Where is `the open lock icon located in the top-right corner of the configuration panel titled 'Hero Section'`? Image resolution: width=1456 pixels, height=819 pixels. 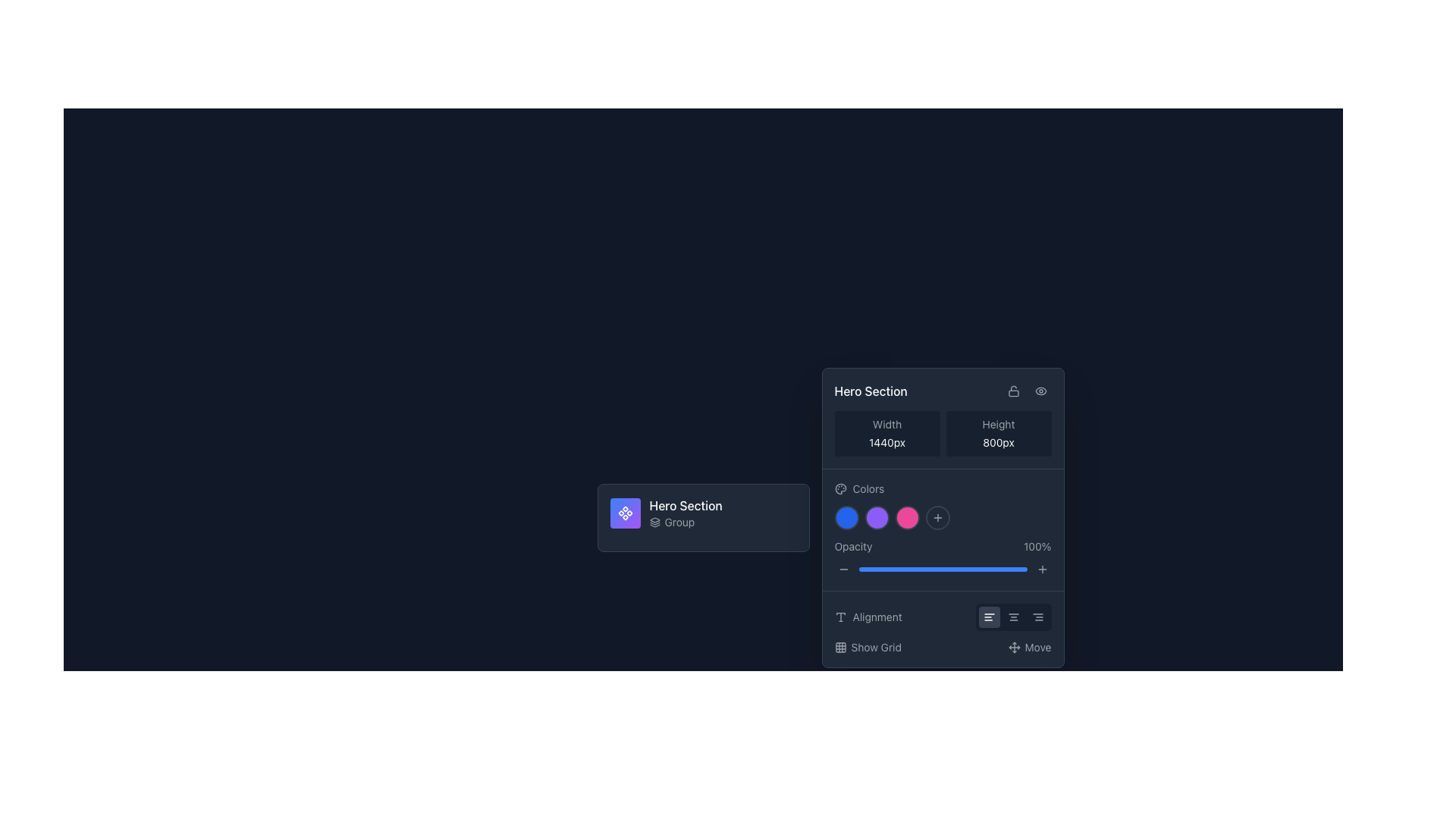
the open lock icon located in the top-right corner of the configuration panel titled 'Hero Section' is located at coordinates (1013, 391).